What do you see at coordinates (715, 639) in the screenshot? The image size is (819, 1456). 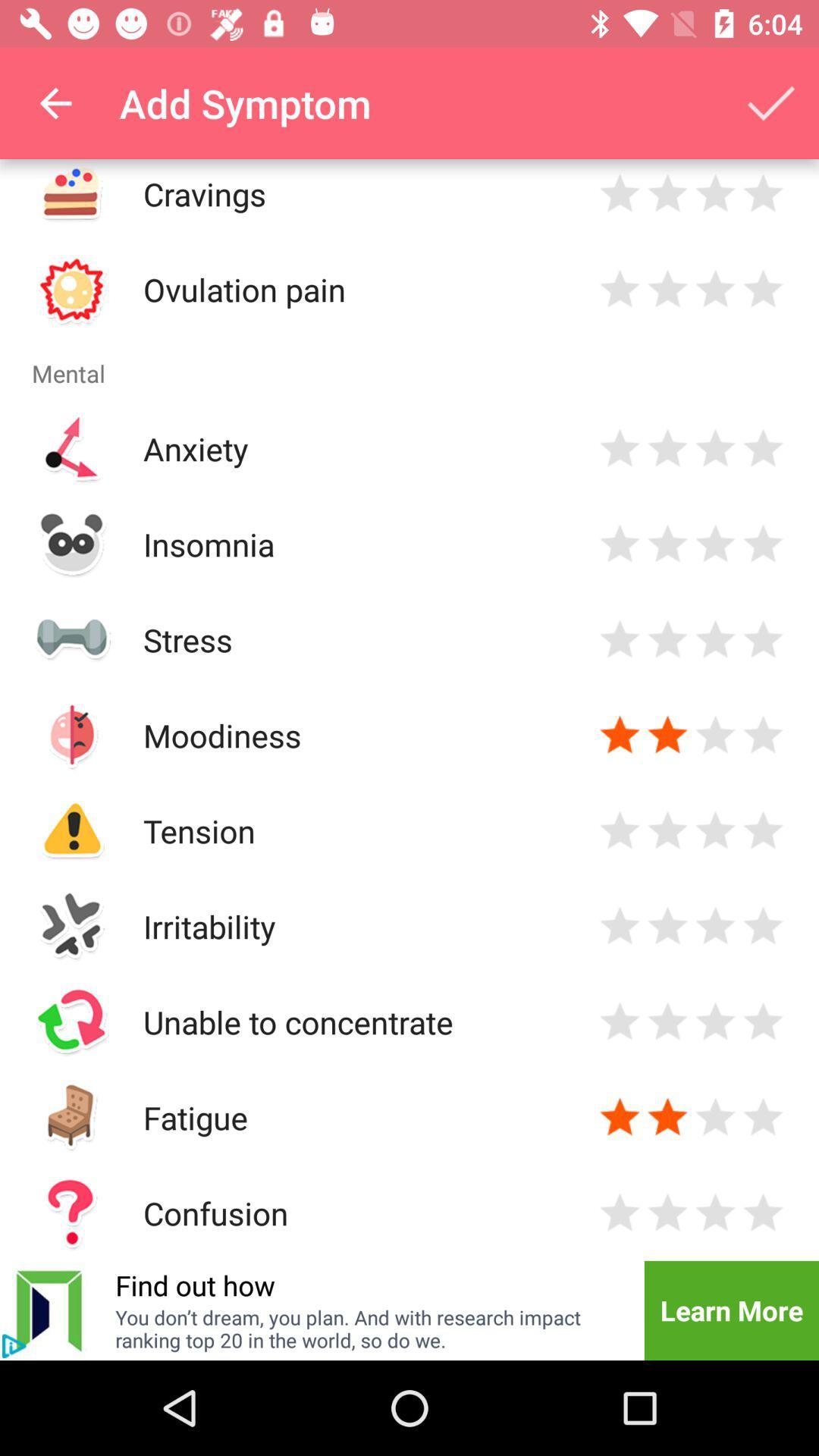 I see `rates stress level at three stars` at bounding box center [715, 639].